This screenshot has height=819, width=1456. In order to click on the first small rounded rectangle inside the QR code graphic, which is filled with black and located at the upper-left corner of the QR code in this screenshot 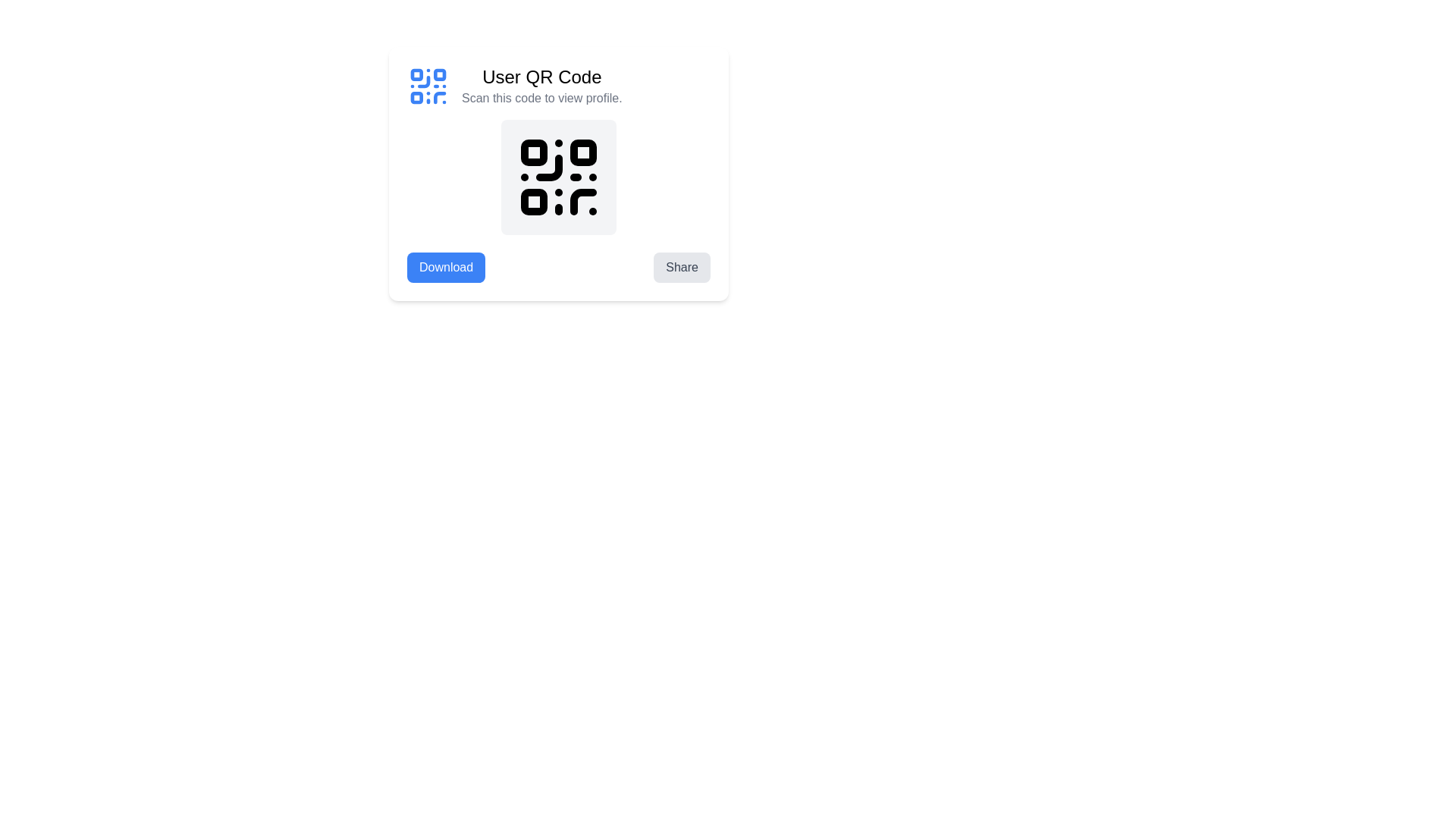, I will do `click(534, 152)`.